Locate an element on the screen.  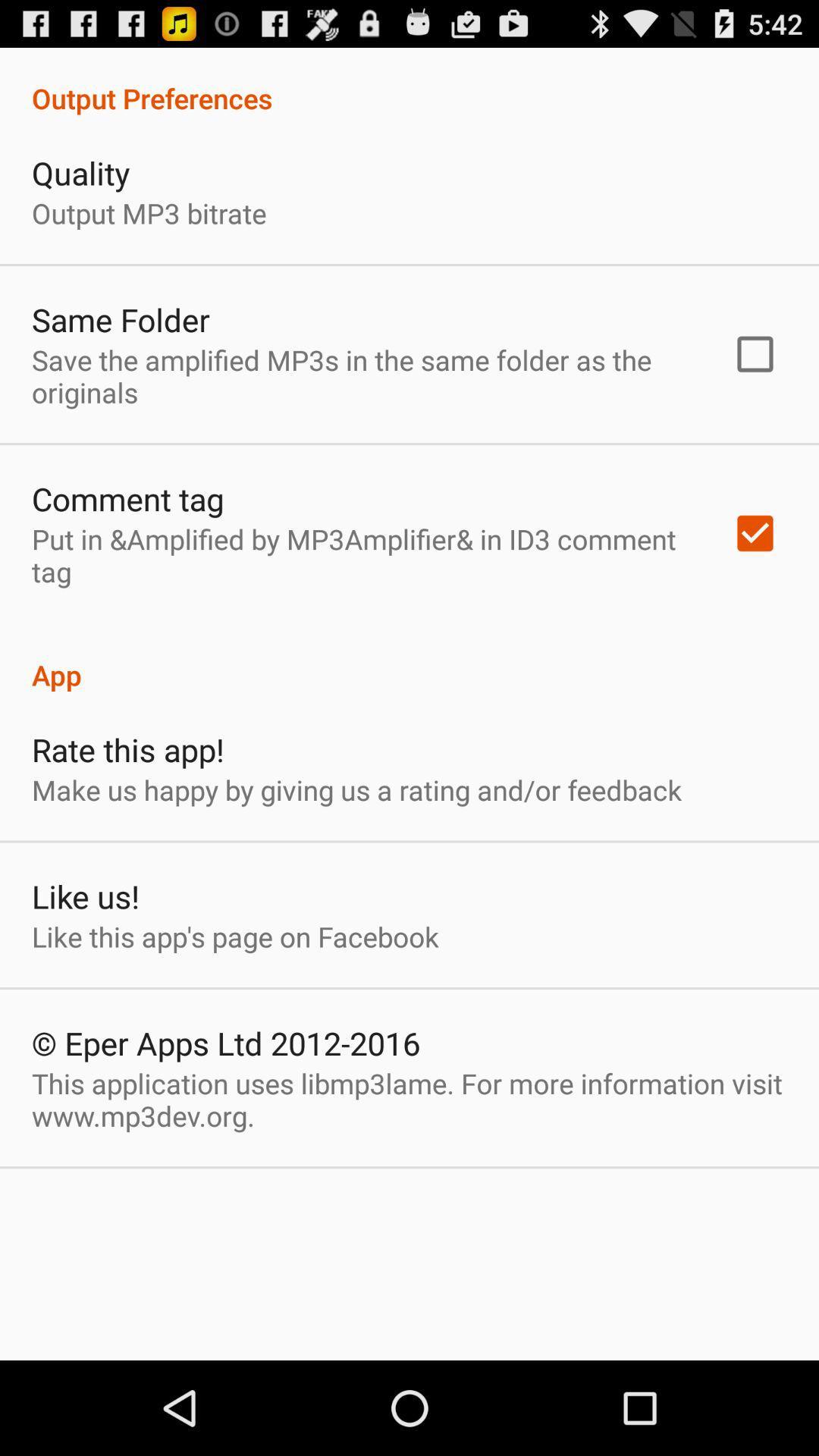
the make us happy app is located at coordinates (356, 789).